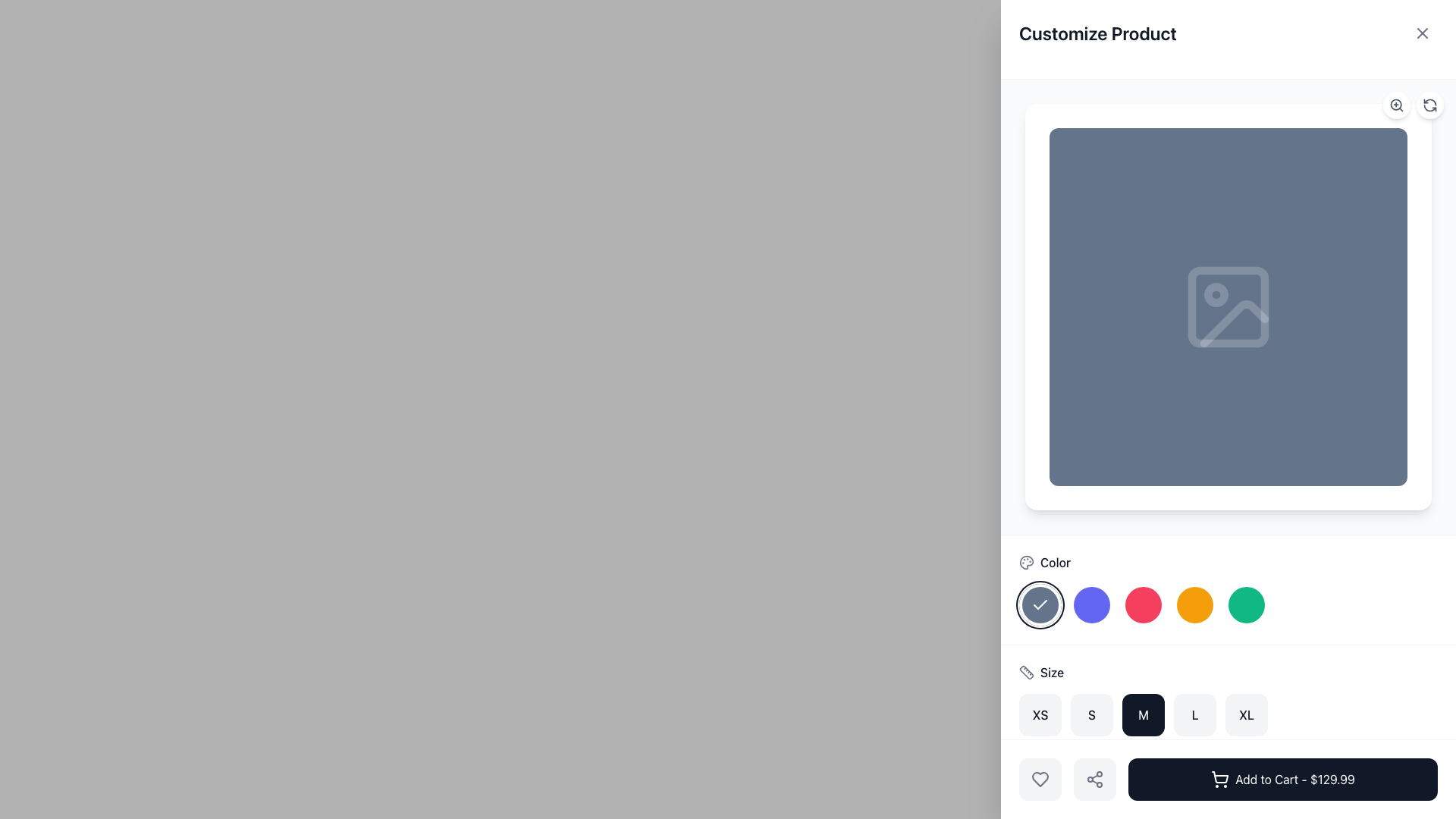  Describe the element at coordinates (1412, 104) in the screenshot. I see `the left button of the grouped interactive buttons in the top right corner of the interface to zoom in` at that location.